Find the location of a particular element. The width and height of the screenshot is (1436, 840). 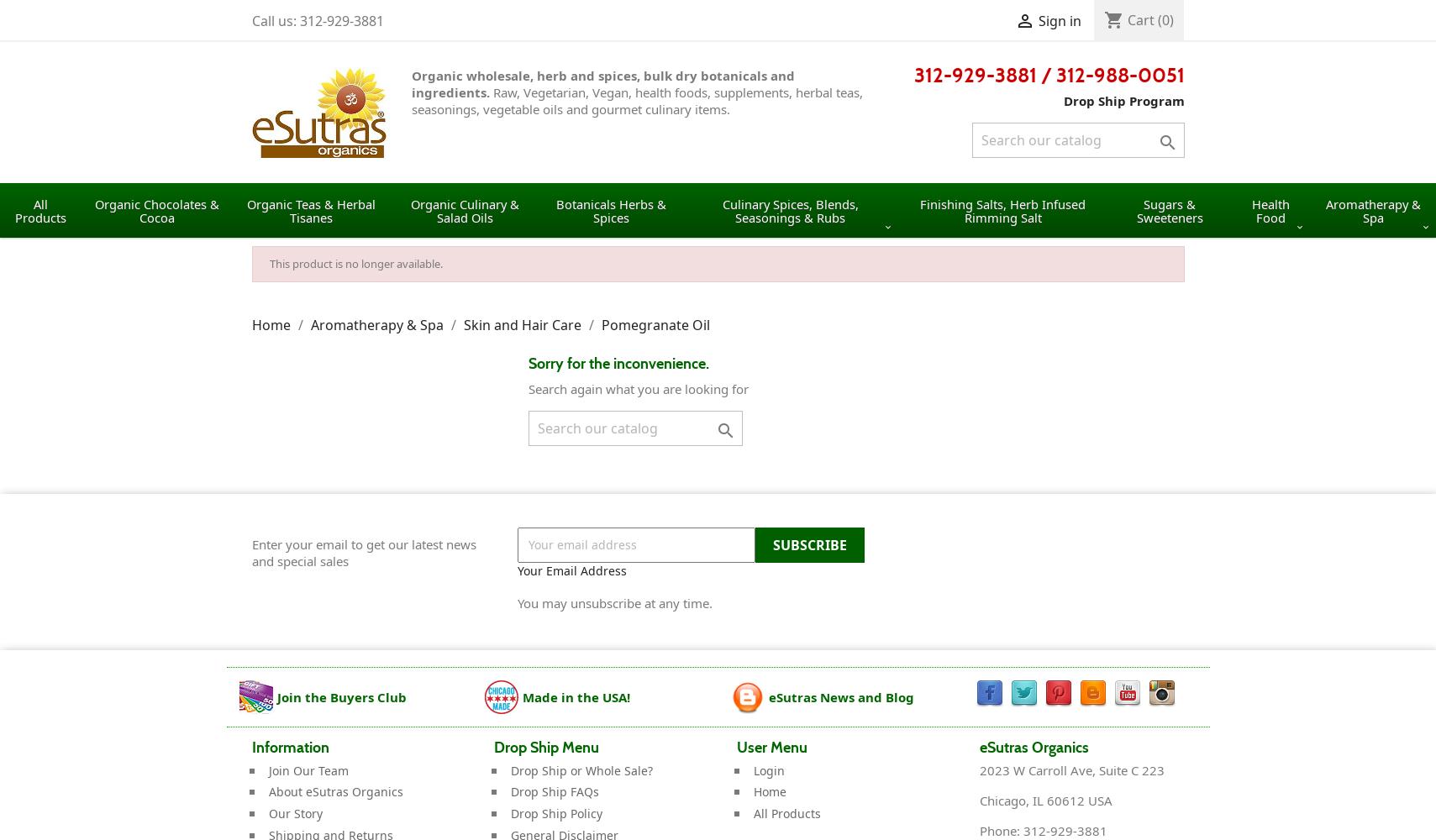

'eSutras News and Blog' is located at coordinates (840, 696).